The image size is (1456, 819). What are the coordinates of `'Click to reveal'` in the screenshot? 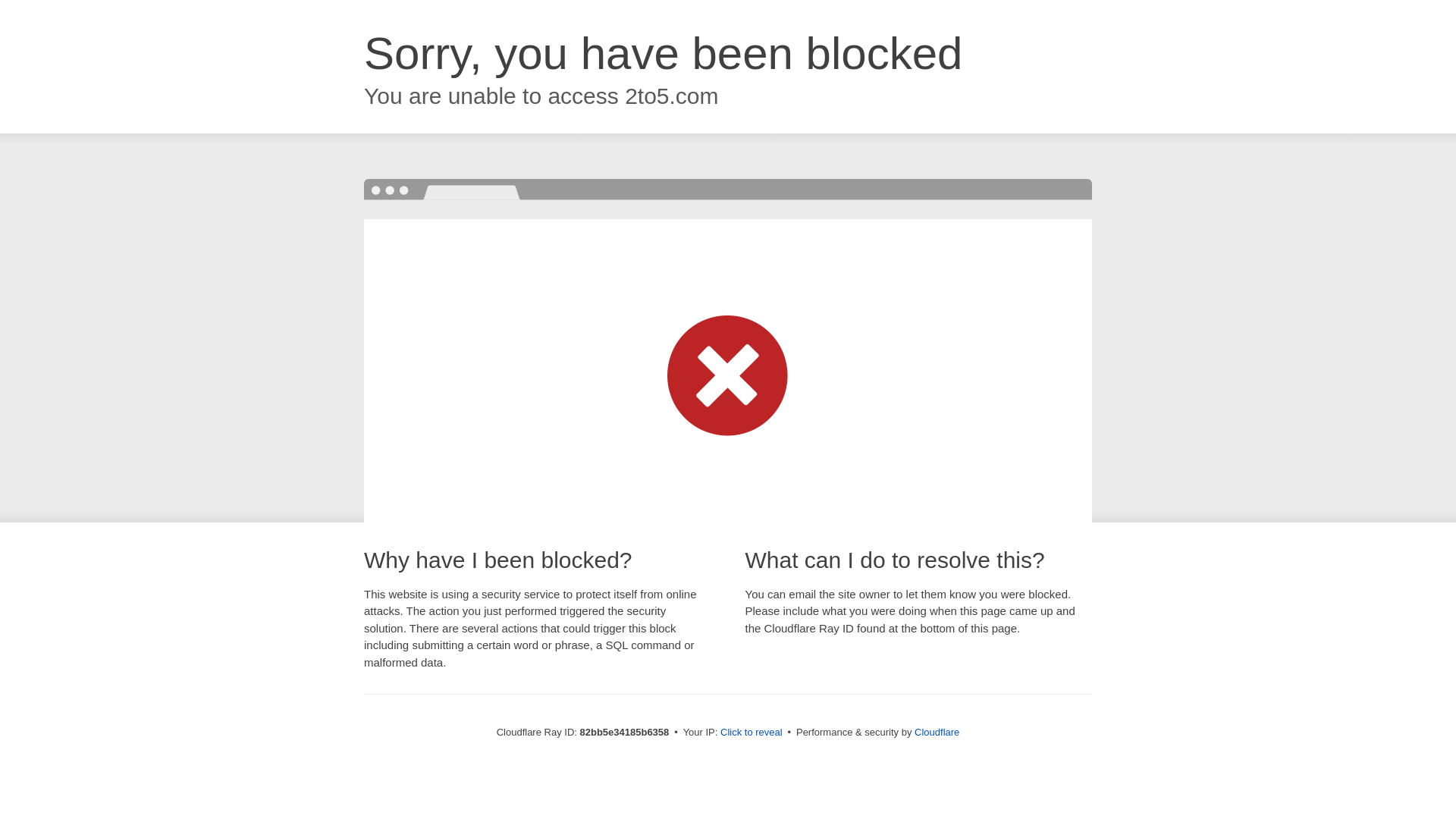 It's located at (751, 731).